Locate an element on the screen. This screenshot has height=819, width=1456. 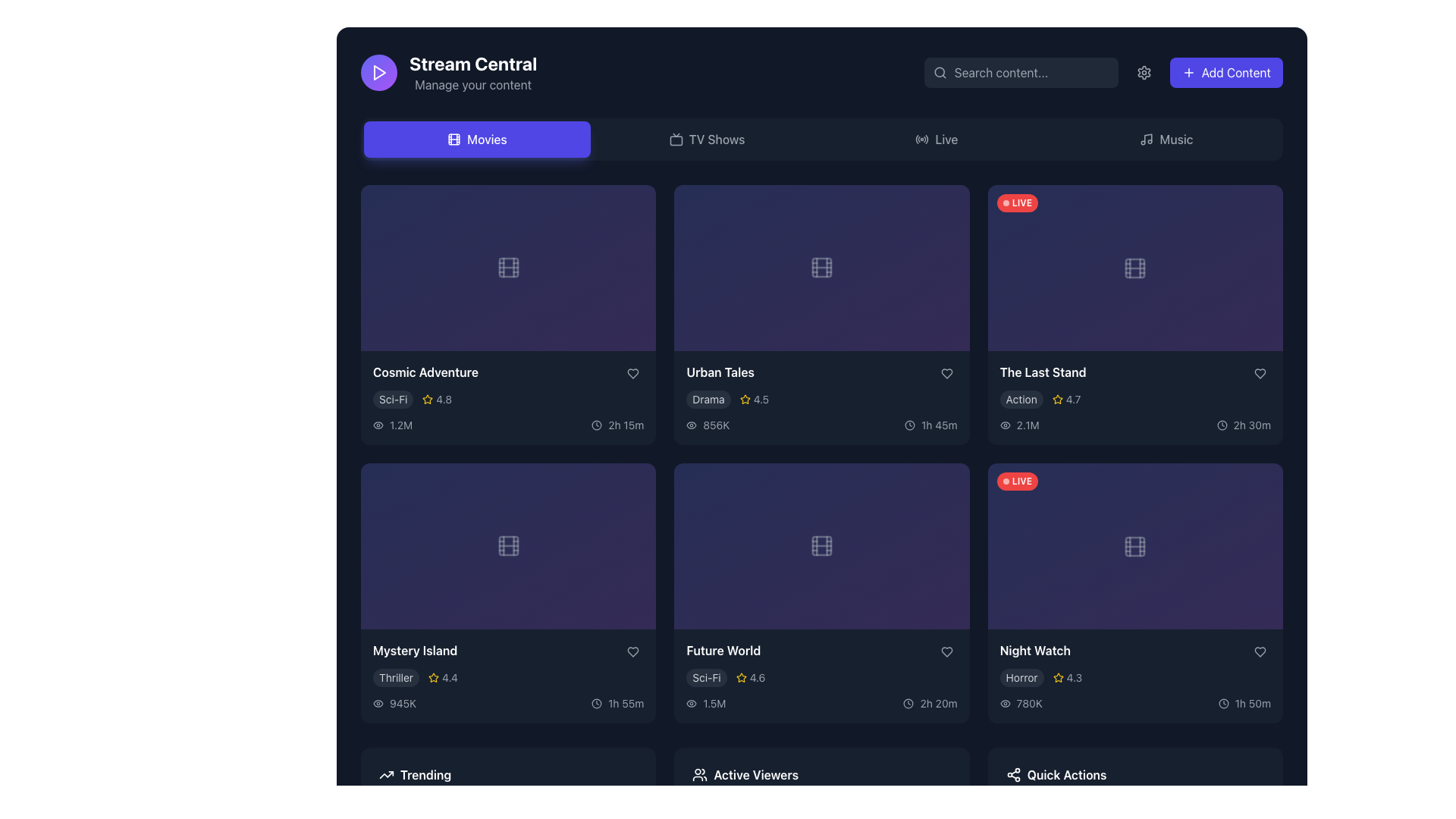
the yellow star icon representing the rating for 'Cosmic Adventure', which is located to the left of the numeric rating value (4.8) is located at coordinates (427, 398).